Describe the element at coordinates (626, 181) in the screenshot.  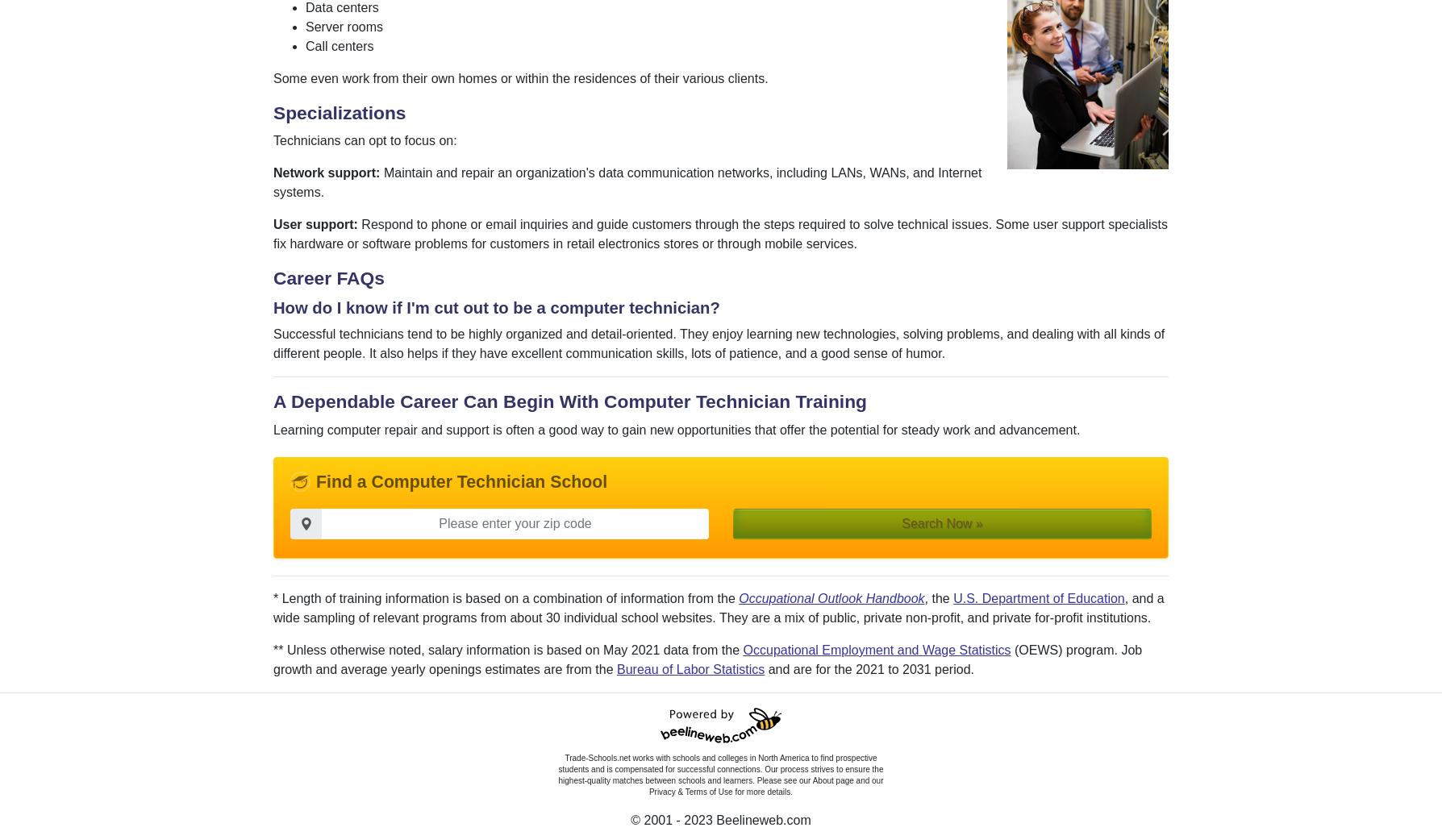
I see `'Maintain and repair an organization's data communication networks, including LANs, WANs, and Internet systems.'` at that location.